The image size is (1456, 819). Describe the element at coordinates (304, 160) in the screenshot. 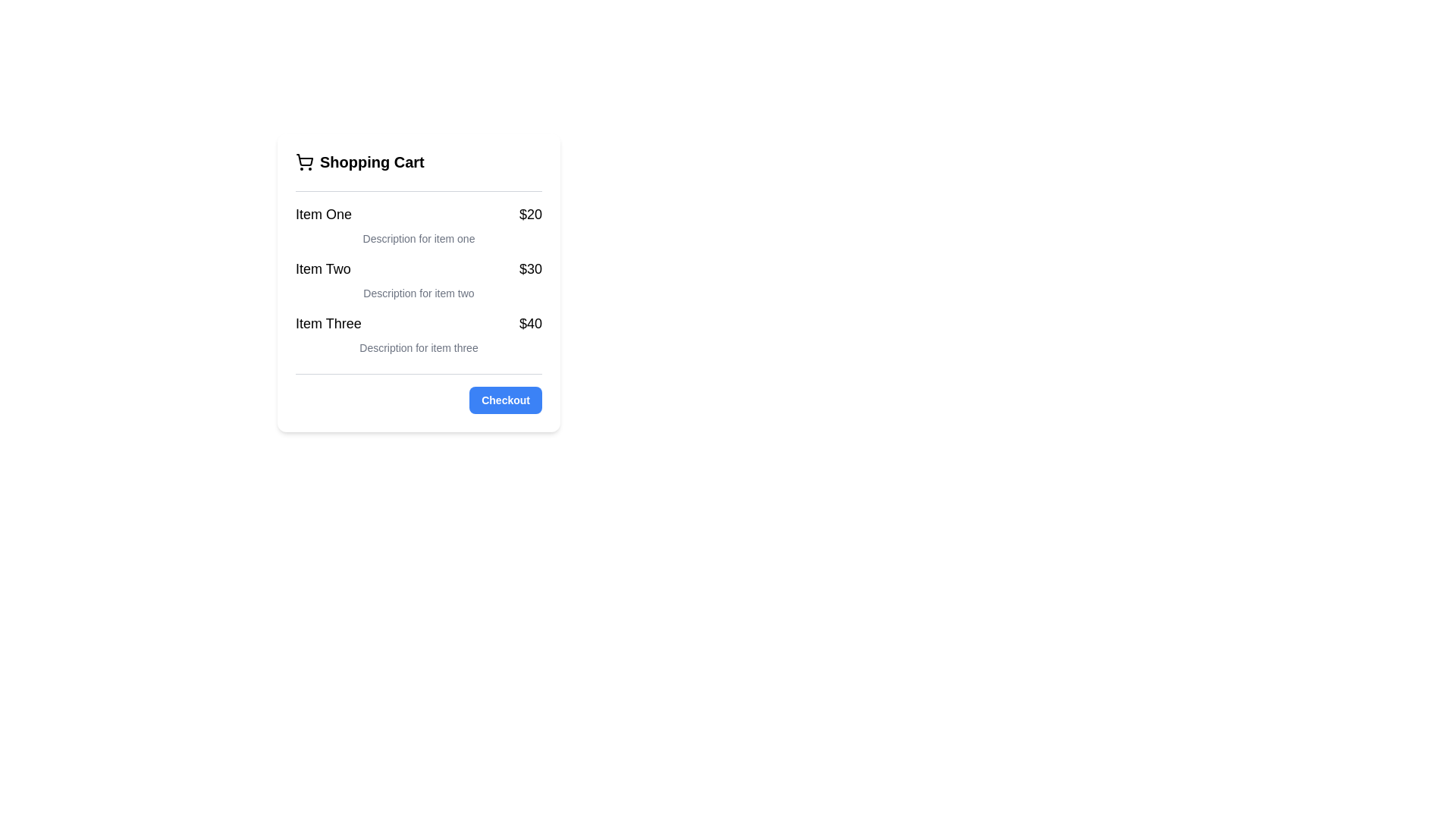

I see `the shopping cart icon located at the top left section of the shopping cart interface, adjacent to the bold title 'Shopping Cart'` at that location.